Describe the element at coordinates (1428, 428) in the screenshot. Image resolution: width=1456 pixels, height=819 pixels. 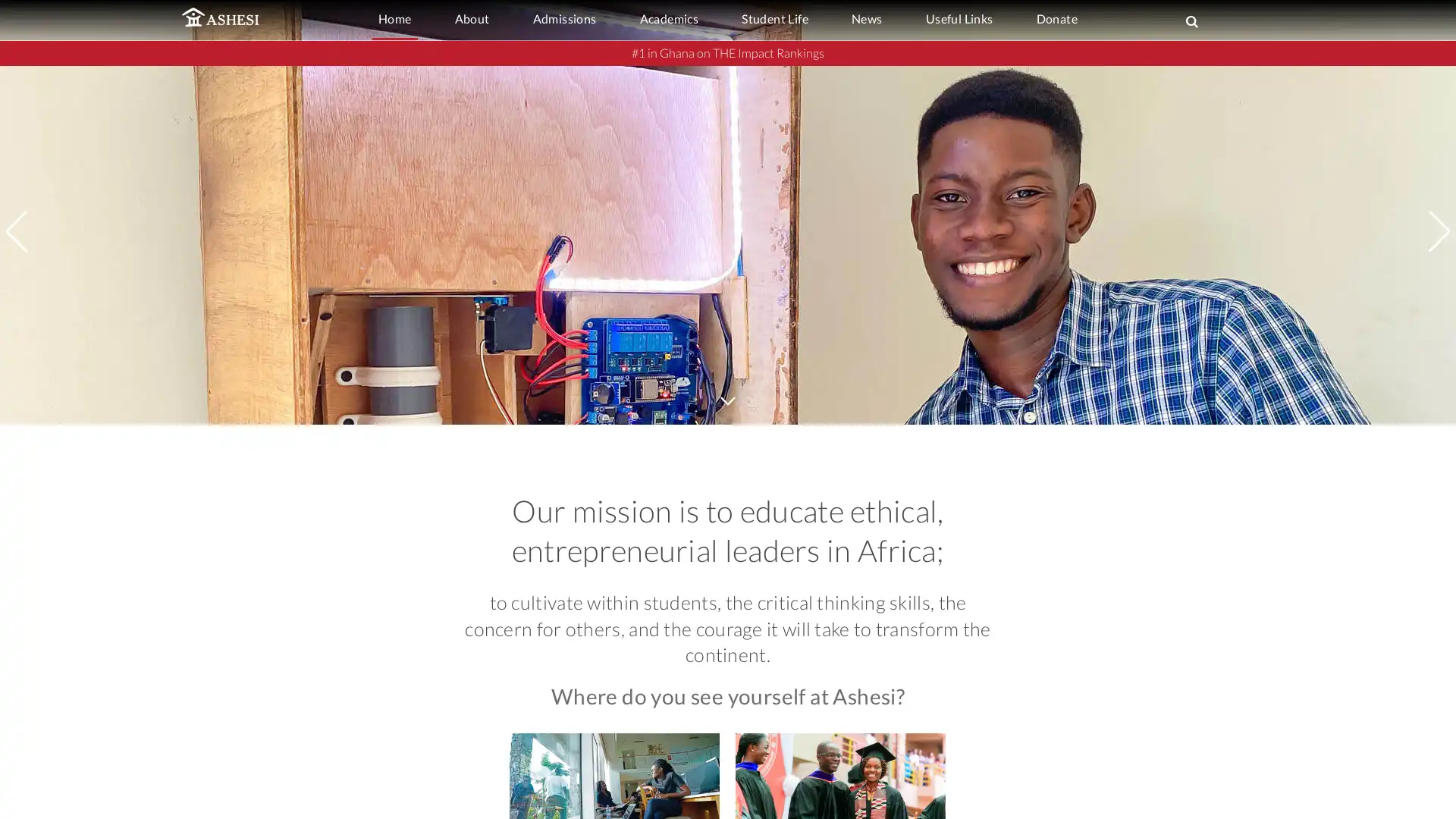
I see `Next` at that location.